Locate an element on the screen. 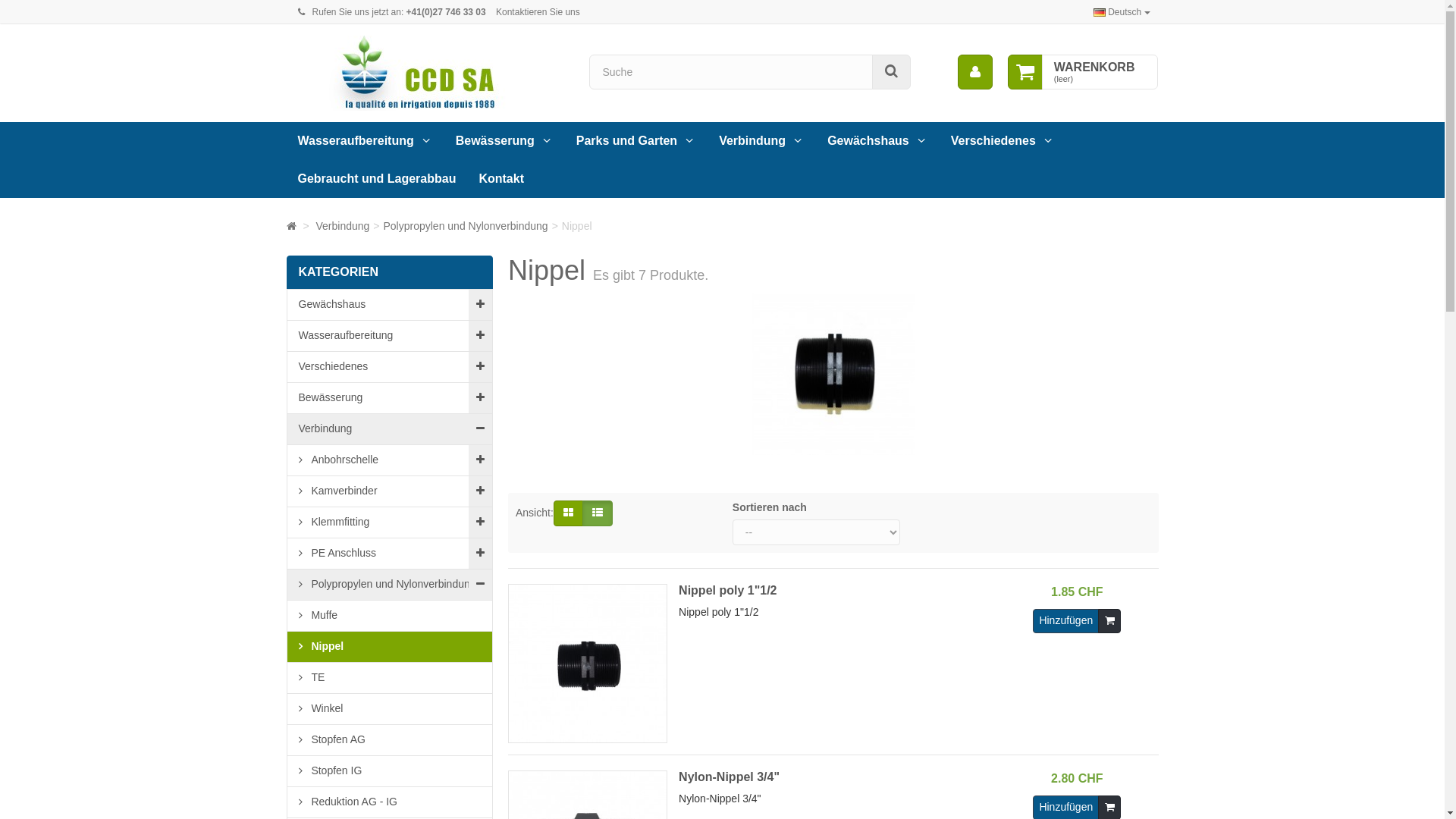 This screenshot has width=1456, height=819. 'Nippel' is located at coordinates (389, 646).